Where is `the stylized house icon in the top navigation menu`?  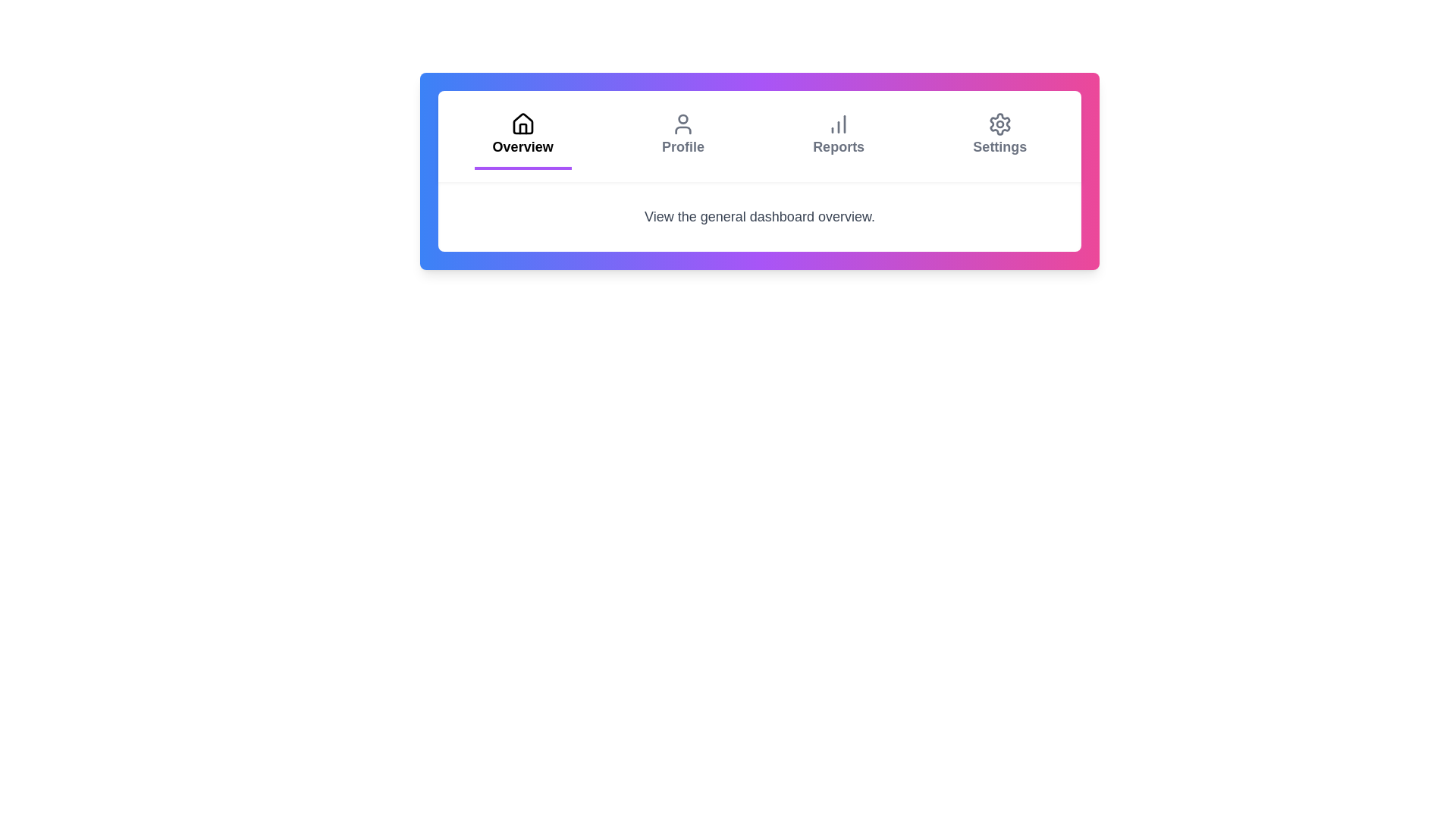
the stylized house icon in the top navigation menu is located at coordinates (522, 123).